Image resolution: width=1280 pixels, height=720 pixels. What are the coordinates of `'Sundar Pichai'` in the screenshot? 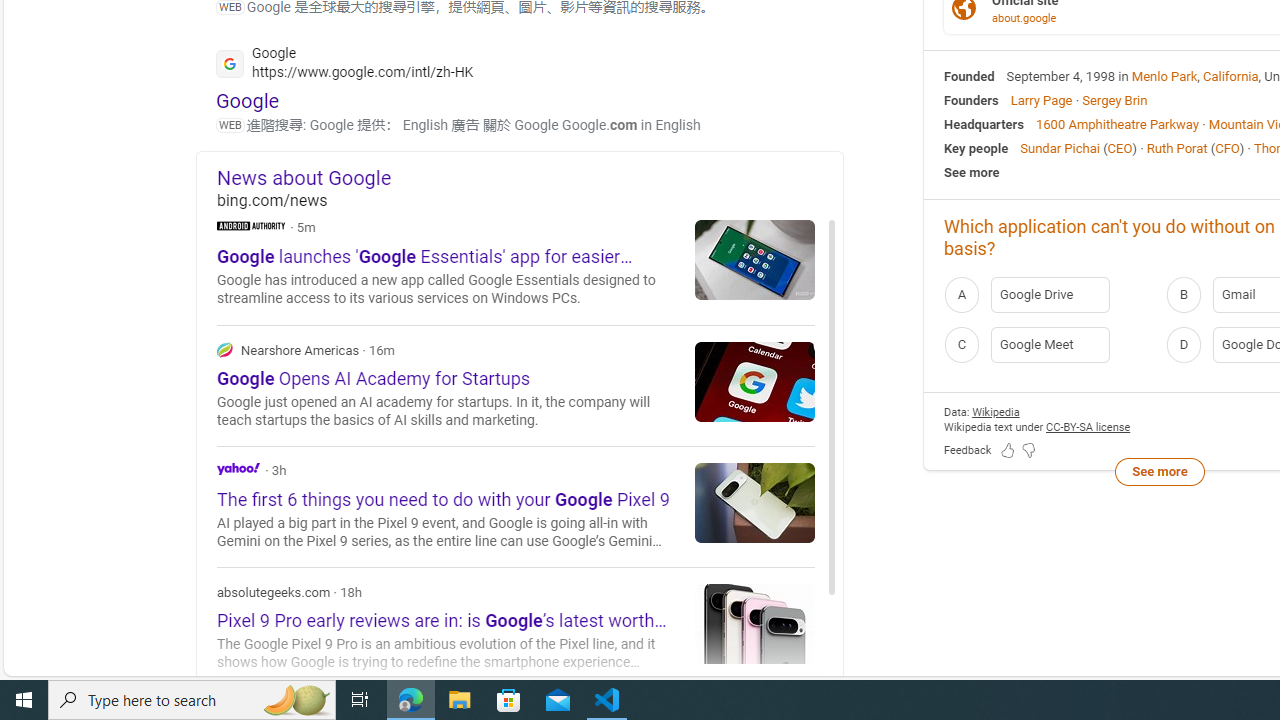 It's located at (1058, 146).